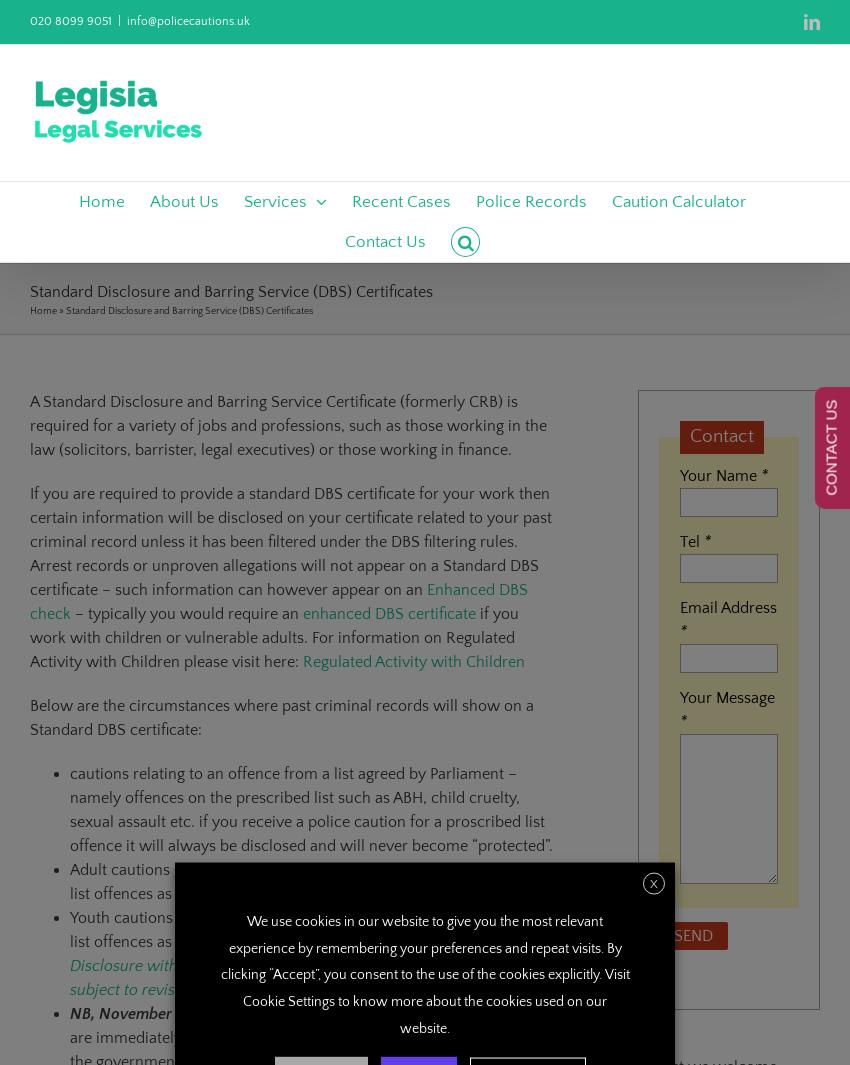  Describe the element at coordinates (186, 613) in the screenshot. I see `'– typically you would require an'` at that location.